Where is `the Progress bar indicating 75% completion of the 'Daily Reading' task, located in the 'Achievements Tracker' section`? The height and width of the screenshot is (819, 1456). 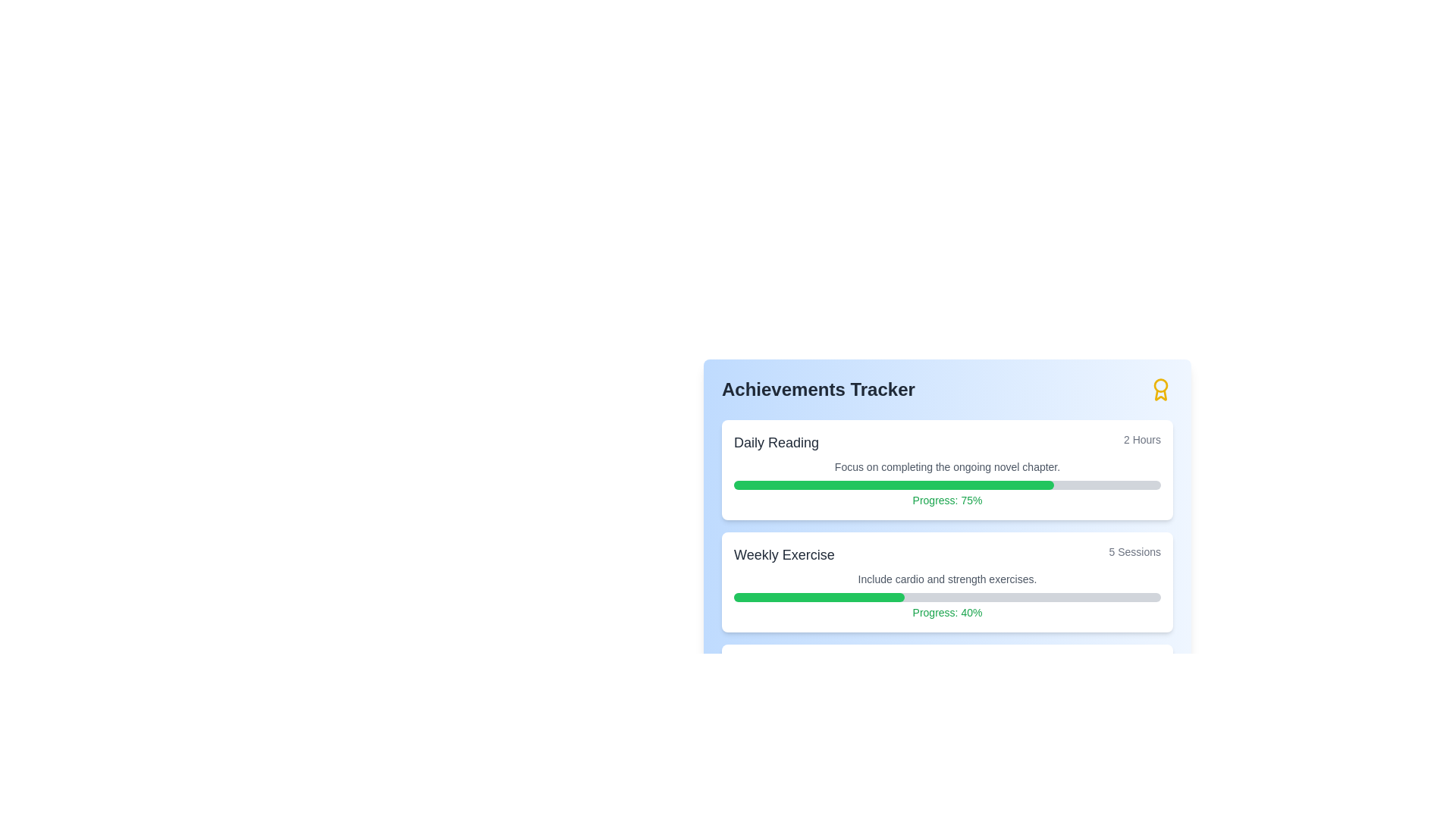
the Progress bar indicating 75% completion of the 'Daily Reading' task, located in the 'Achievements Tracker' section is located at coordinates (894, 485).